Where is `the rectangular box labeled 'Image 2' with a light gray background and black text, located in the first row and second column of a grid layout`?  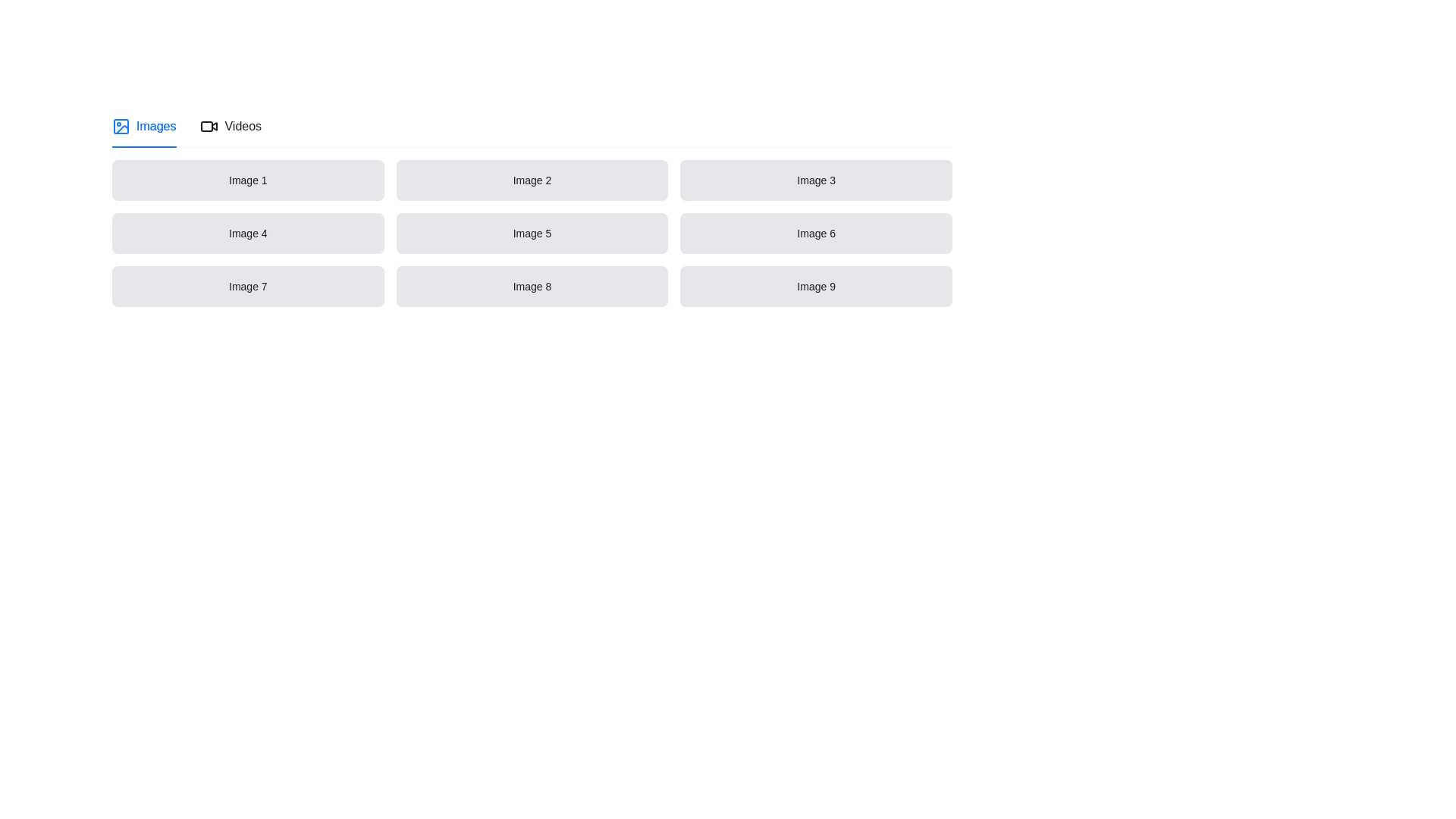 the rectangular box labeled 'Image 2' with a light gray background and black text, located in the first row and second column of a grid layout is located at coordinates (532, 180).